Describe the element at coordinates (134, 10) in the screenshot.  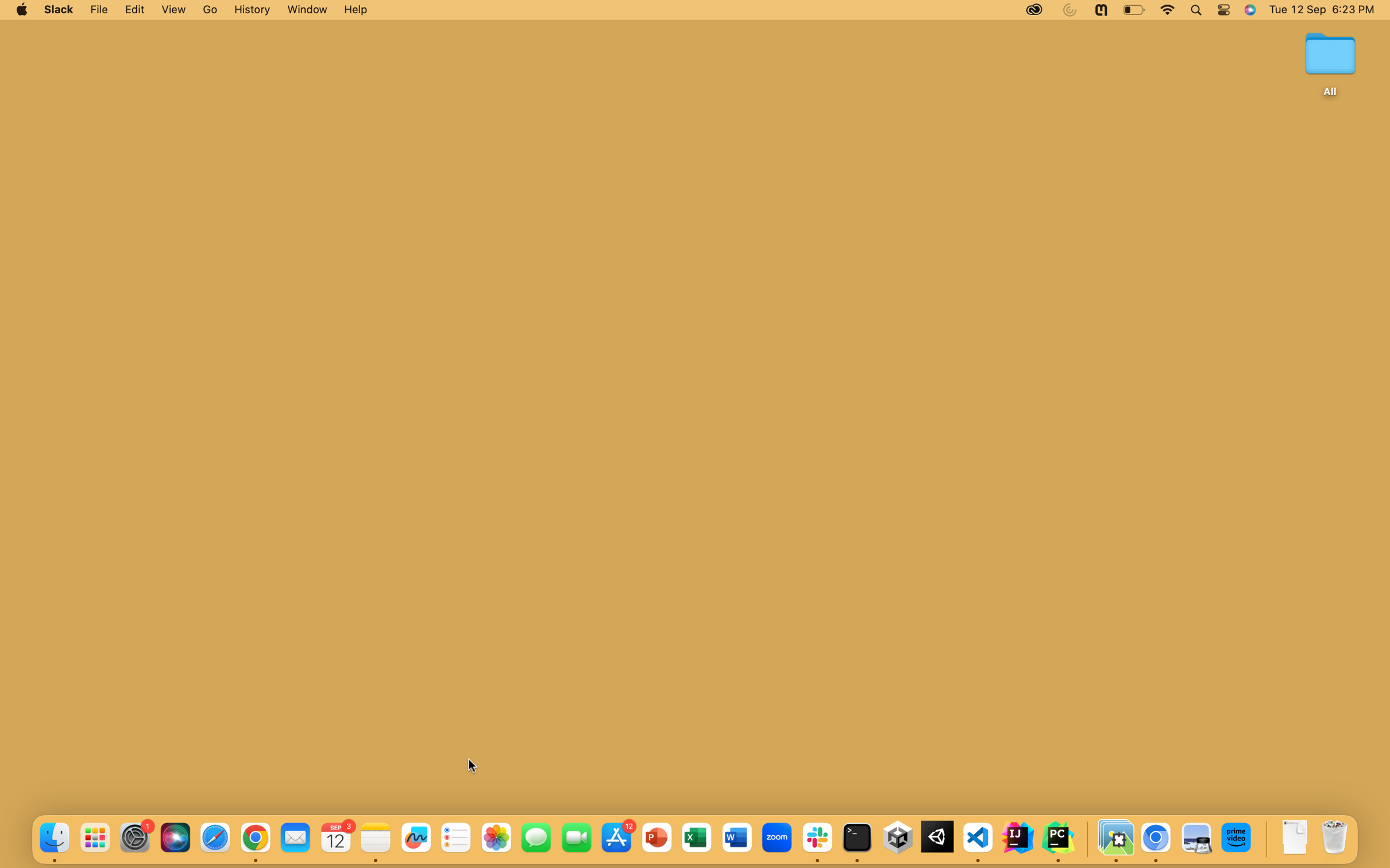
I see `the Edit Options menu` at that location.